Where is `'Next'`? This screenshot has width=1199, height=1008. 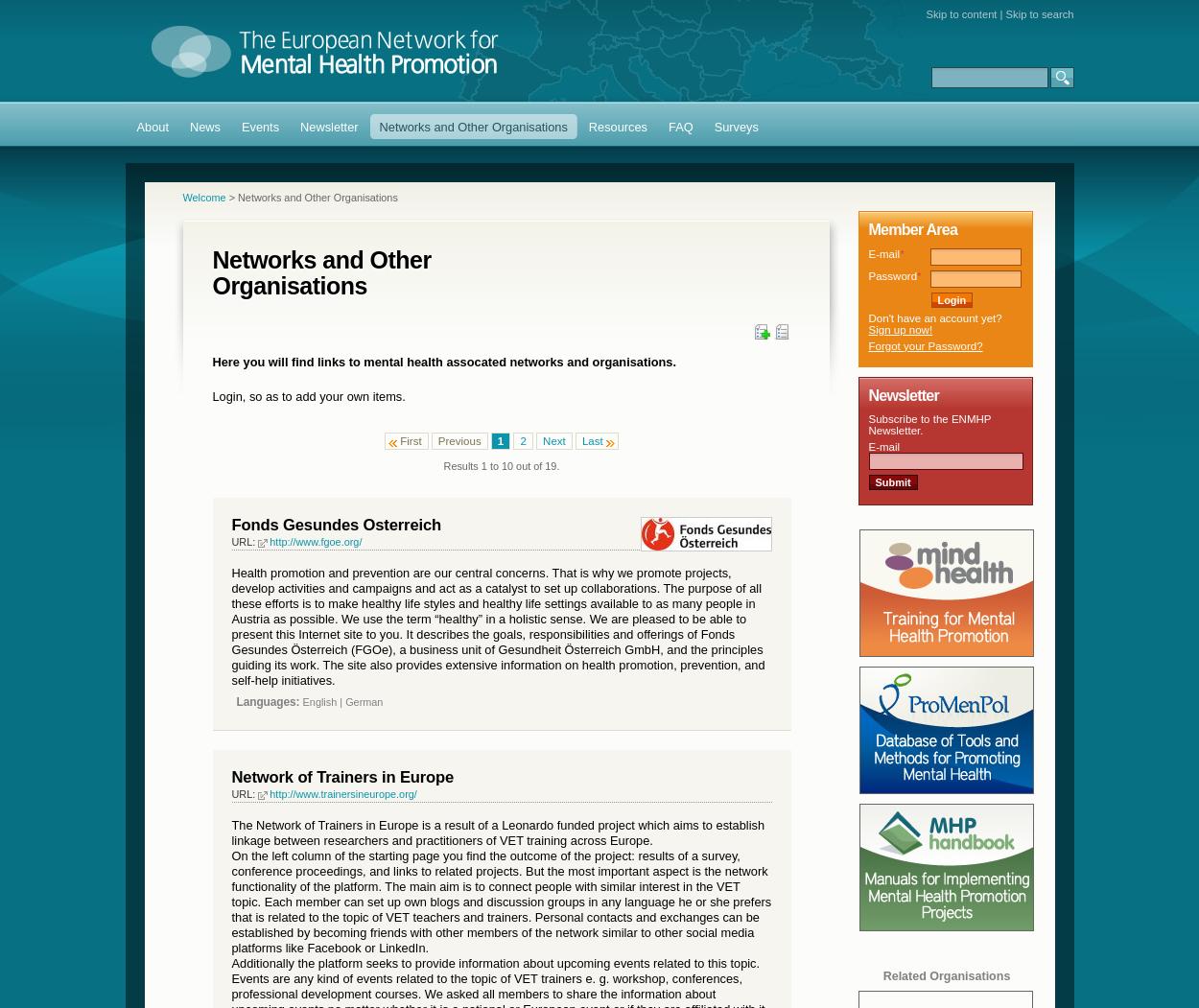 'Next' is located at coordinates (552, 438).